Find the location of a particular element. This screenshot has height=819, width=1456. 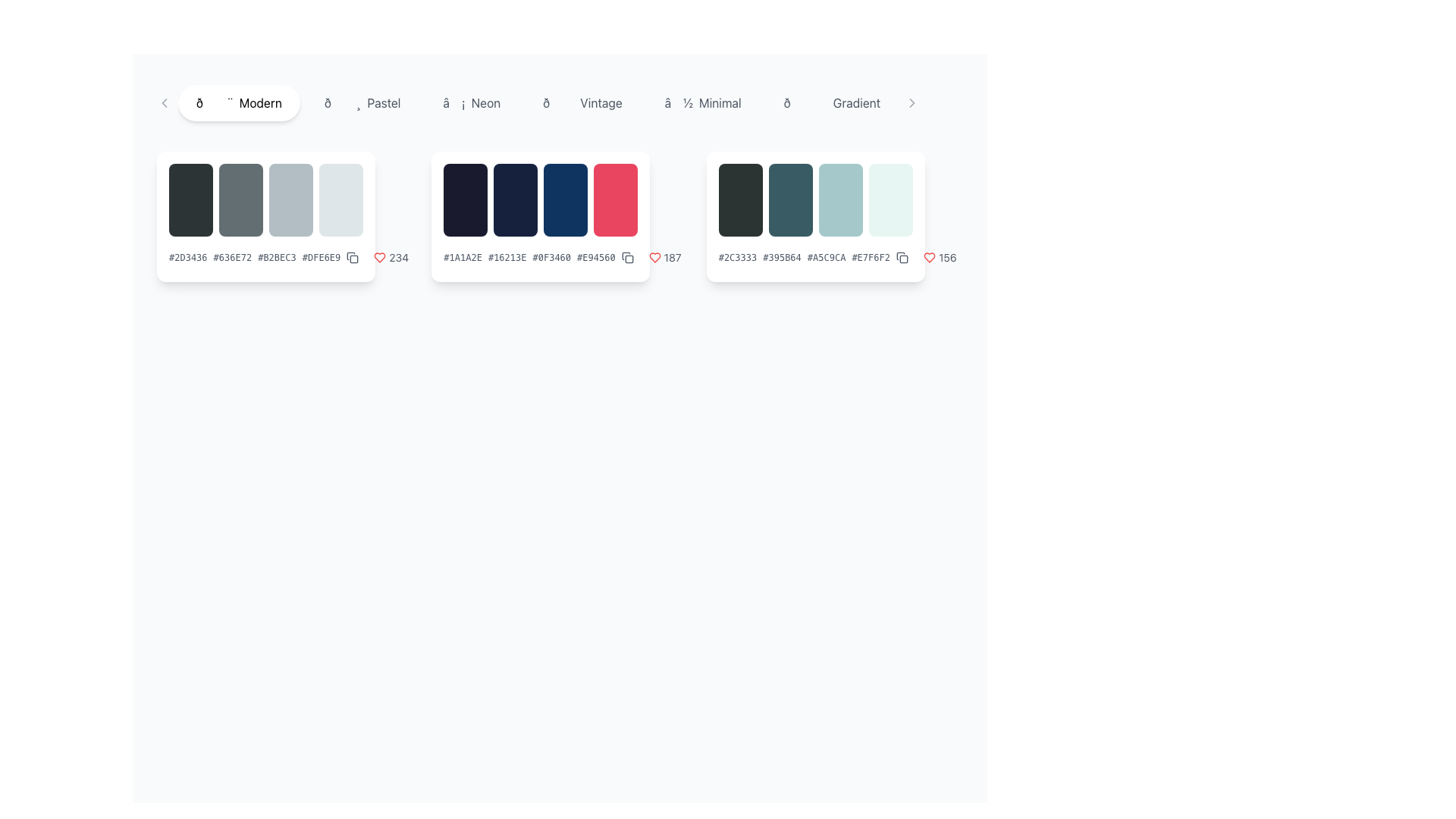

the third text label representing a hexadecimal color value, which is located in the horizontal layout group of the third color palette card in the Modern category is located at coordinates (826, 256).